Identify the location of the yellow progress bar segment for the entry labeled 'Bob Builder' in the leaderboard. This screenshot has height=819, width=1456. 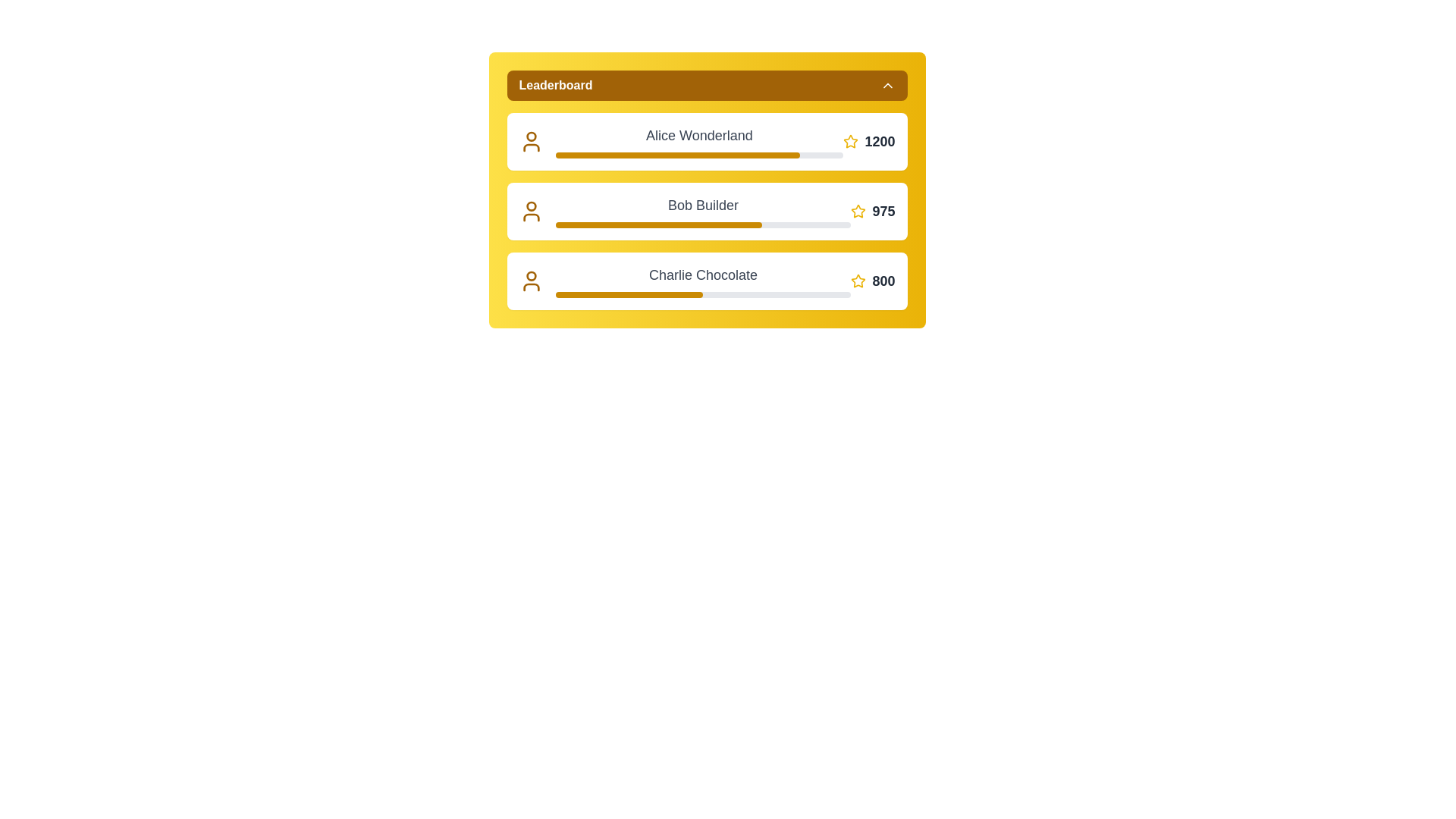
(658, 225).